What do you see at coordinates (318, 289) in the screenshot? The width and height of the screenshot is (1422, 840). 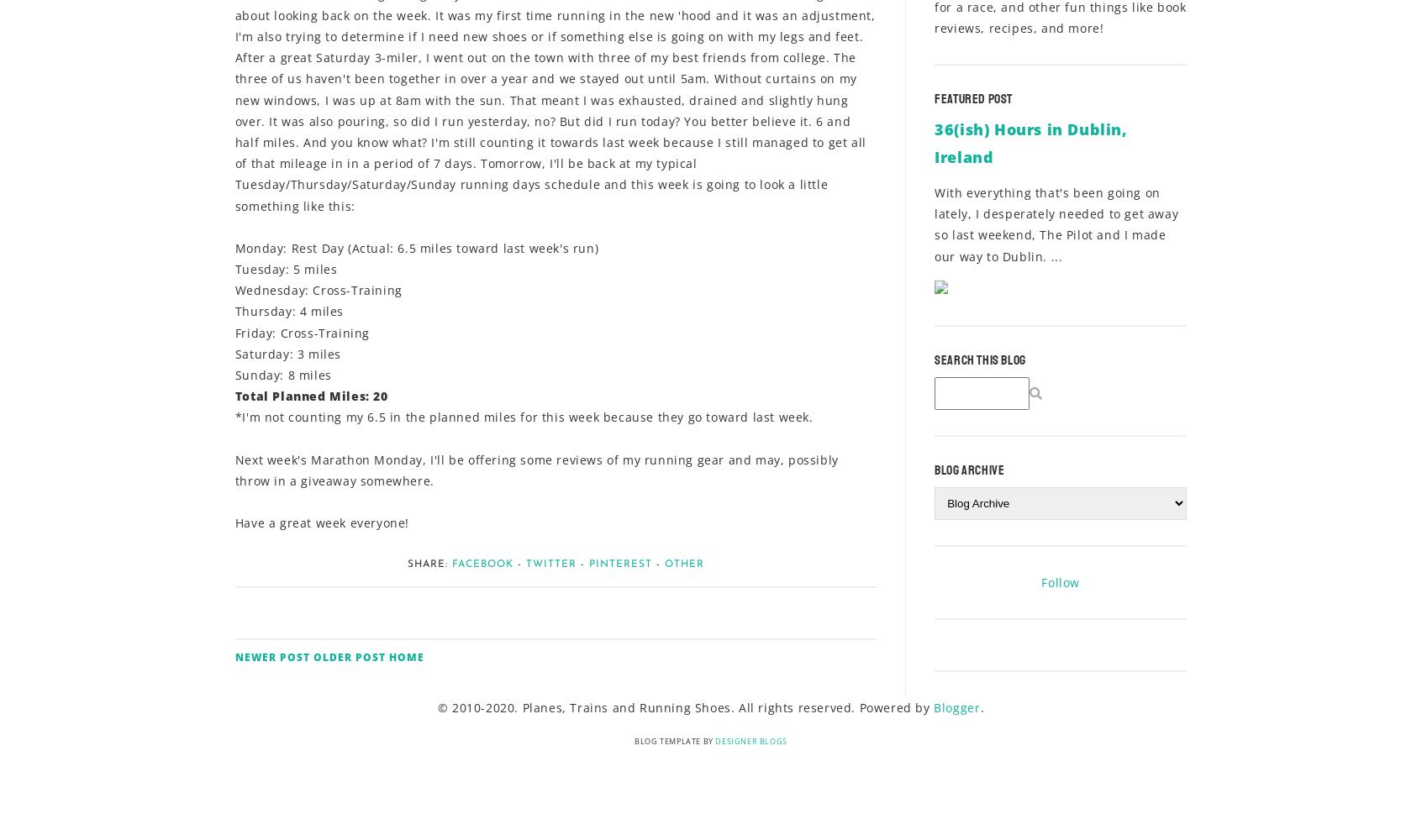 I see `'Wednesday: Cross-Training'` at bounding box center [318, 289].